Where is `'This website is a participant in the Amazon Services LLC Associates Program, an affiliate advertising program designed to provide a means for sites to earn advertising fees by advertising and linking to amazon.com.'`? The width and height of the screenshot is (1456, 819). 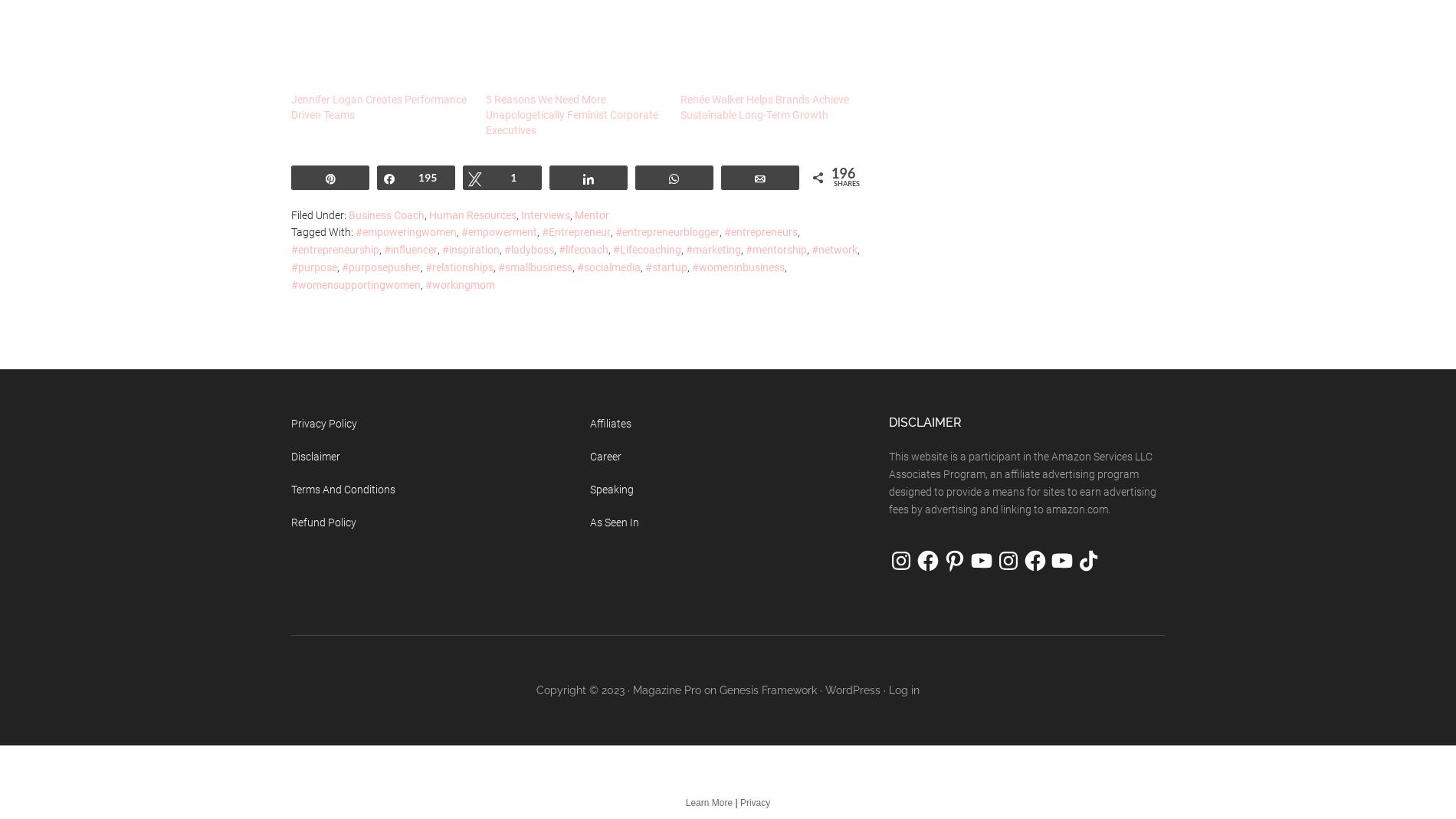 'This website is a participant in the Amazon Services LLC Associates Program, an affiliate advertising program designed to provide a means for sites to earn advertising fees by advertising and linking to amazon.com.' is located at coordinates (1021, 482).